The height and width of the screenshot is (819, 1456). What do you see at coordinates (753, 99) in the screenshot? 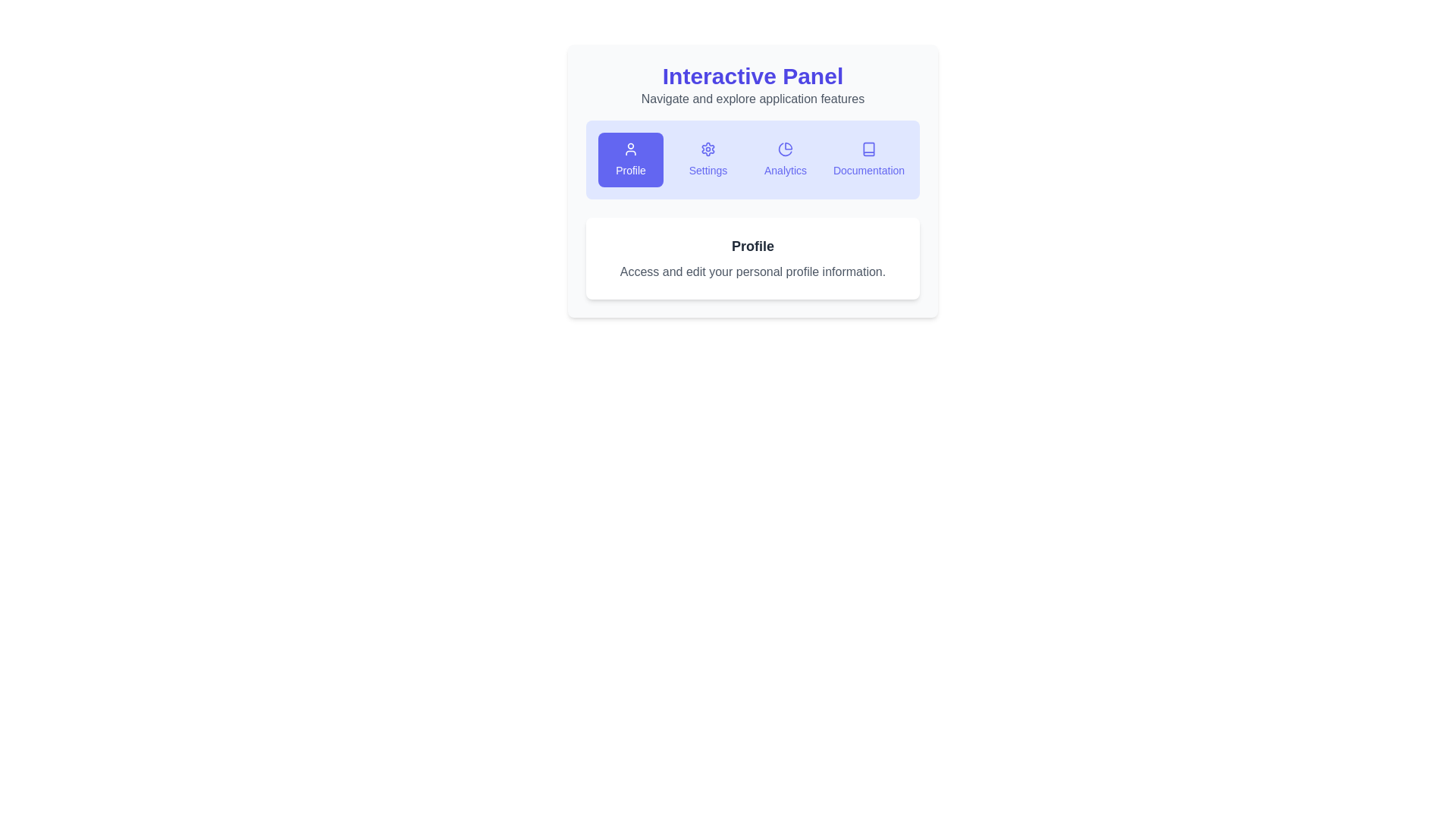
I see `text label providing guidance in the interactive panel, located at the top-center of the interface` at bounding box center [753, 99].